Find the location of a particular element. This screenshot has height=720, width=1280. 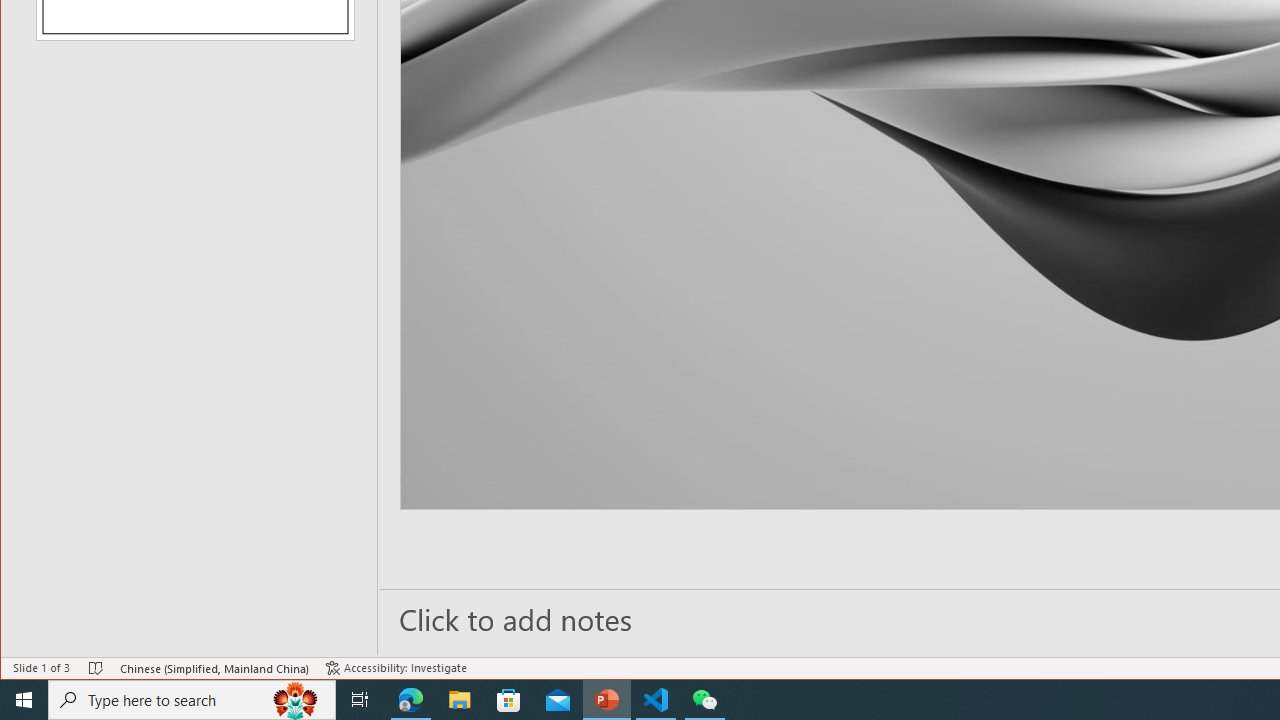

'Microsoft Edge - 1 running window' is located at coordinates (410, 698).